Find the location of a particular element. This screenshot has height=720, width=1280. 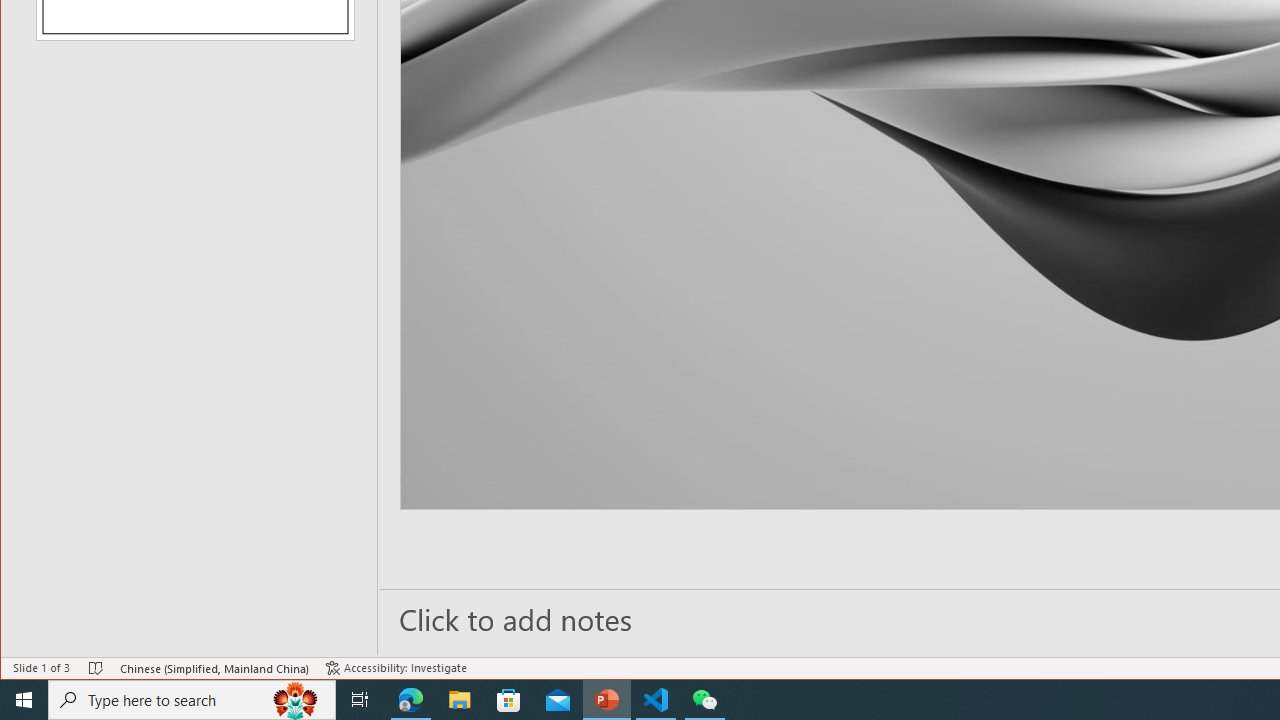

'Microsoft Edge - 1 running window' is located at coordinates (410, 698).